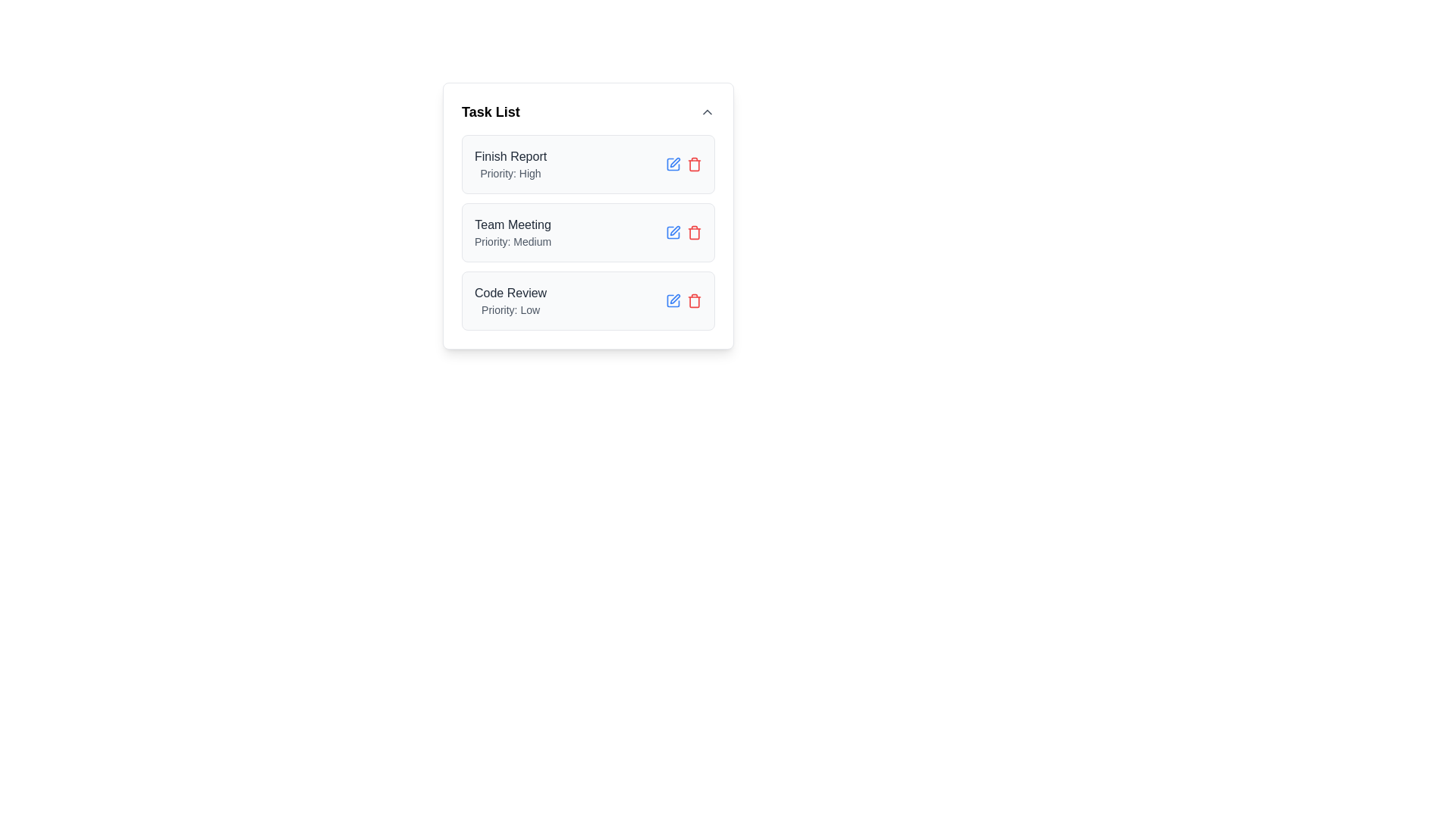 The width and height of the screenshot is (1456, 819). What do you see at coordinates (694, 301) in the screenshot?
I see `the delete button icon for the task item labeled 'Code Review'` at bounding box center [694, 301].